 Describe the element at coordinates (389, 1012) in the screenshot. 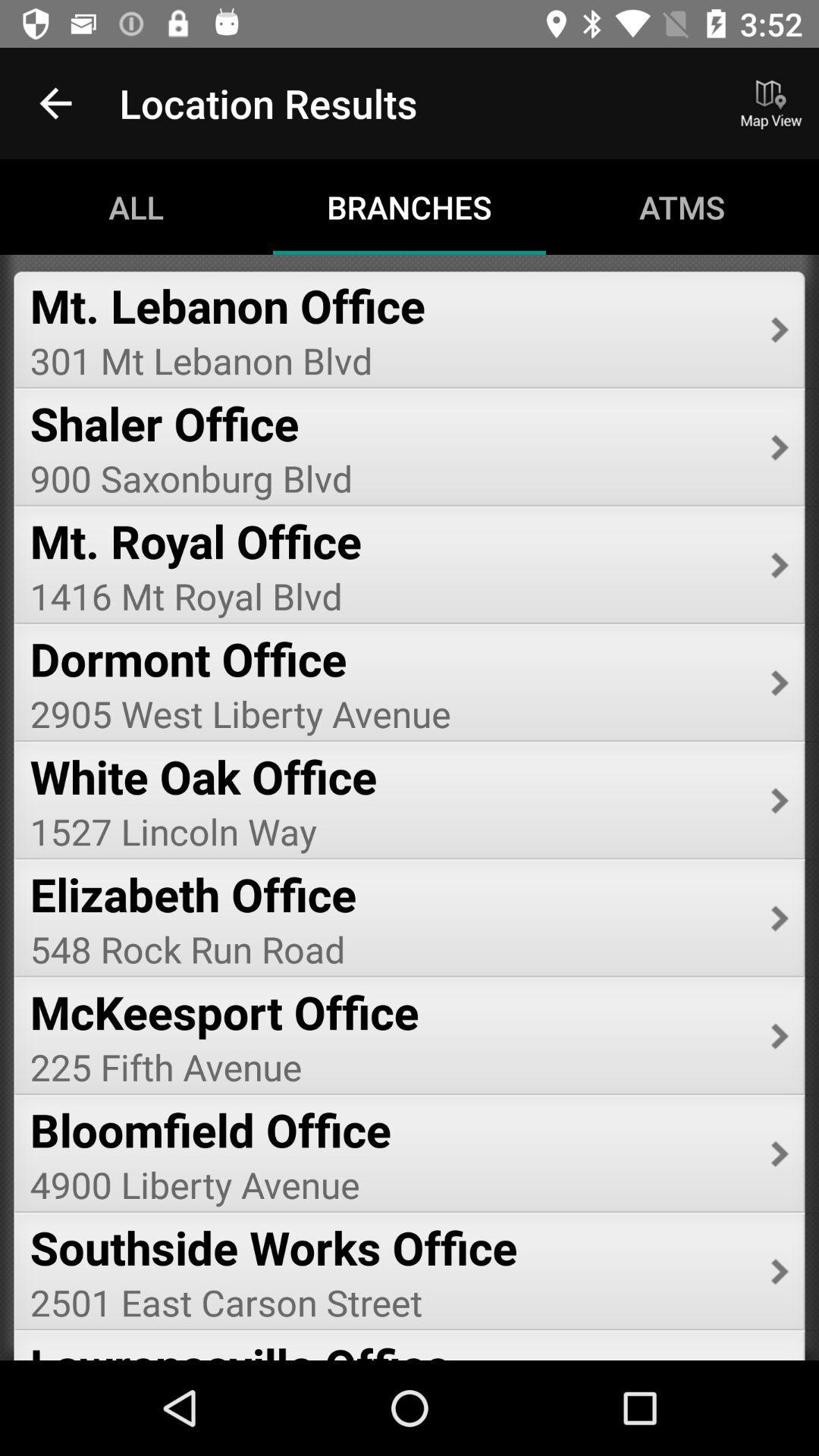

I see `the item above the 225 fifth avenue item` at that location.